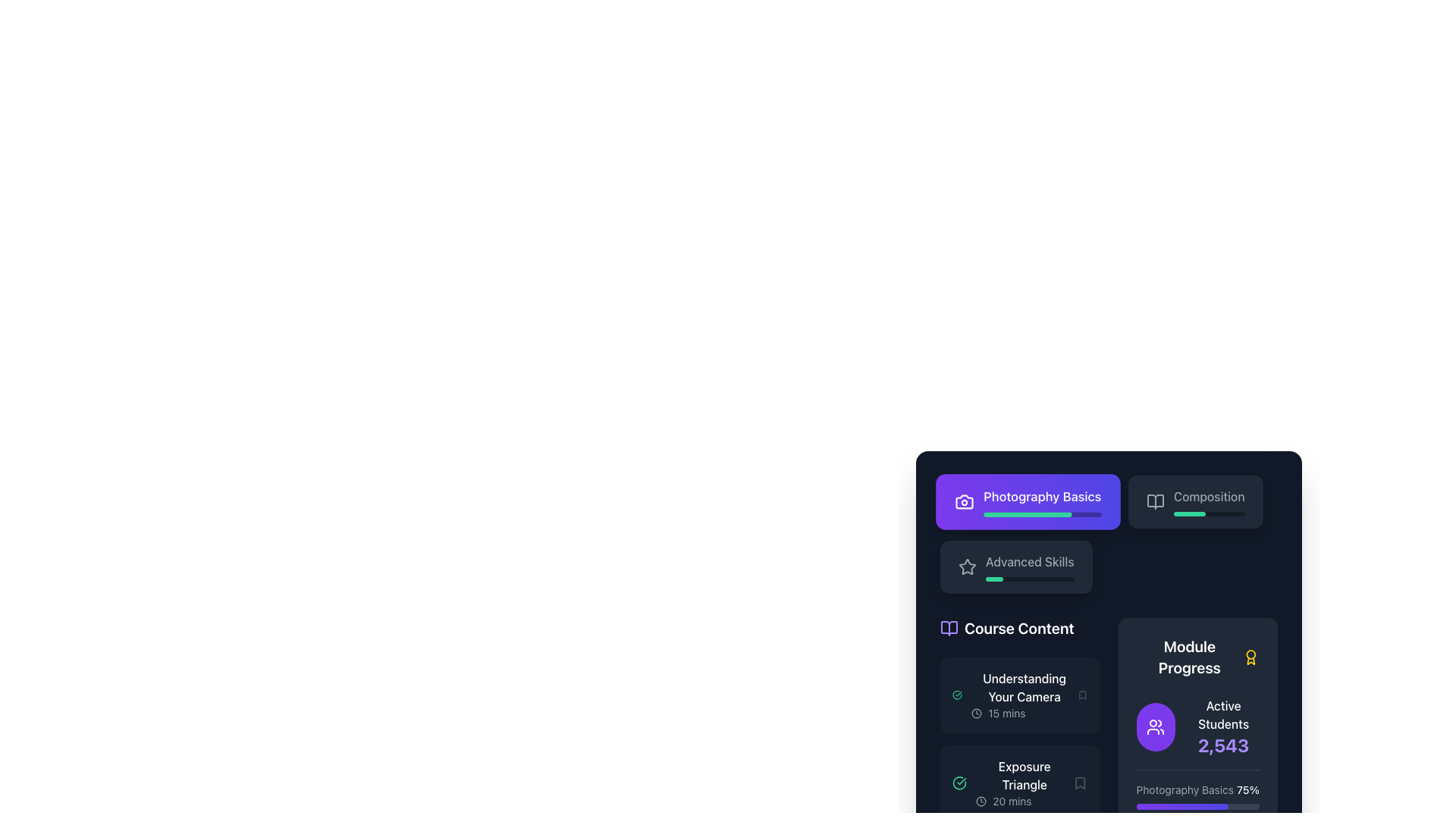 This screenshot has width=1456, height=819. What do you see at coordinates (1025, 783) in the screenshot?
I see `the lesson item titled 'Exposure Triangle' in the 'Course Content' section` at bounding box center [1025, 783].